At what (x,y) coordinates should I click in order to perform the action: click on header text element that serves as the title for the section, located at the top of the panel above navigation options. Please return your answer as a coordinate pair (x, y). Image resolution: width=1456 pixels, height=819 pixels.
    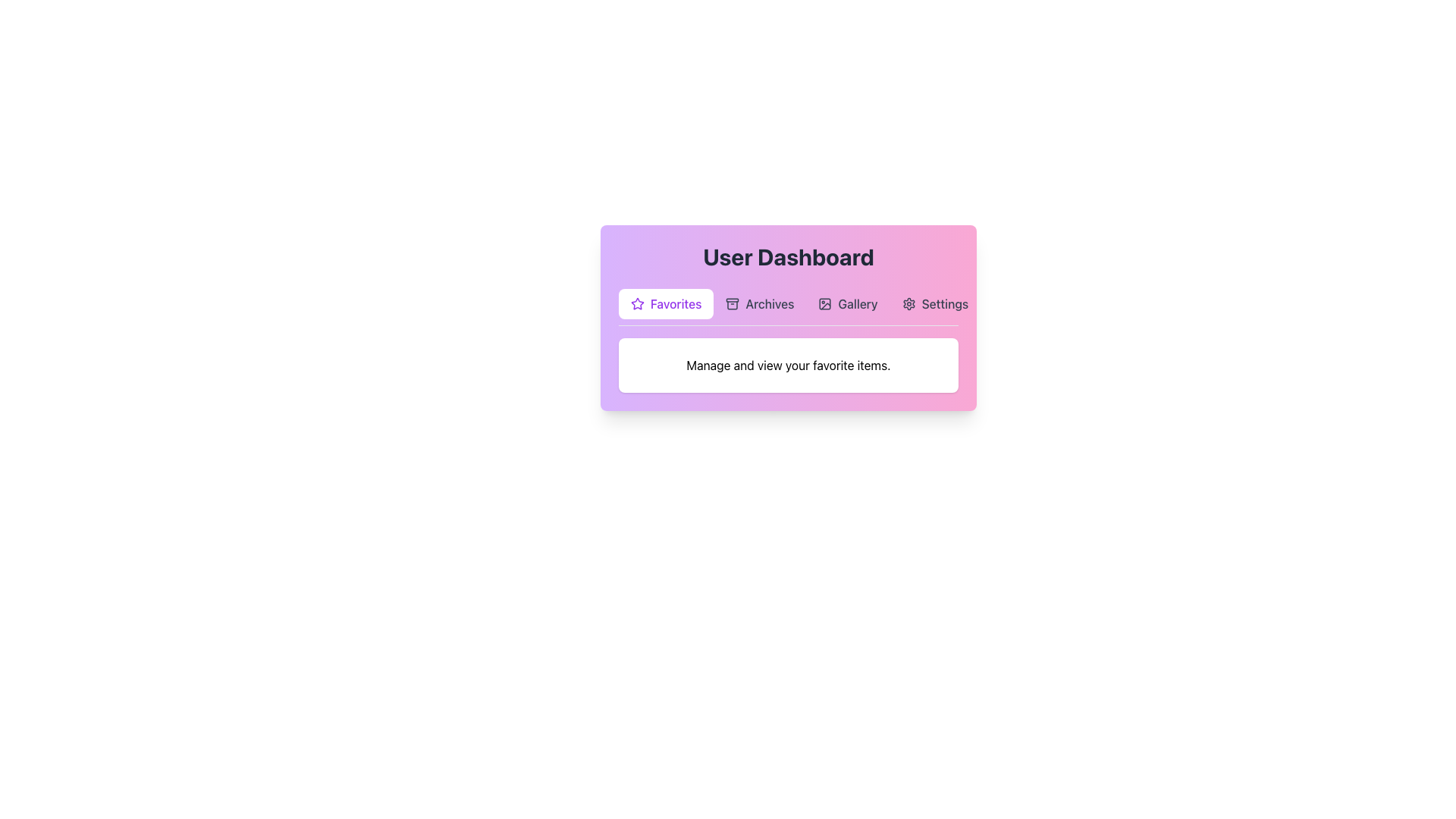
    Looking at the image, I should click on (789, 256).